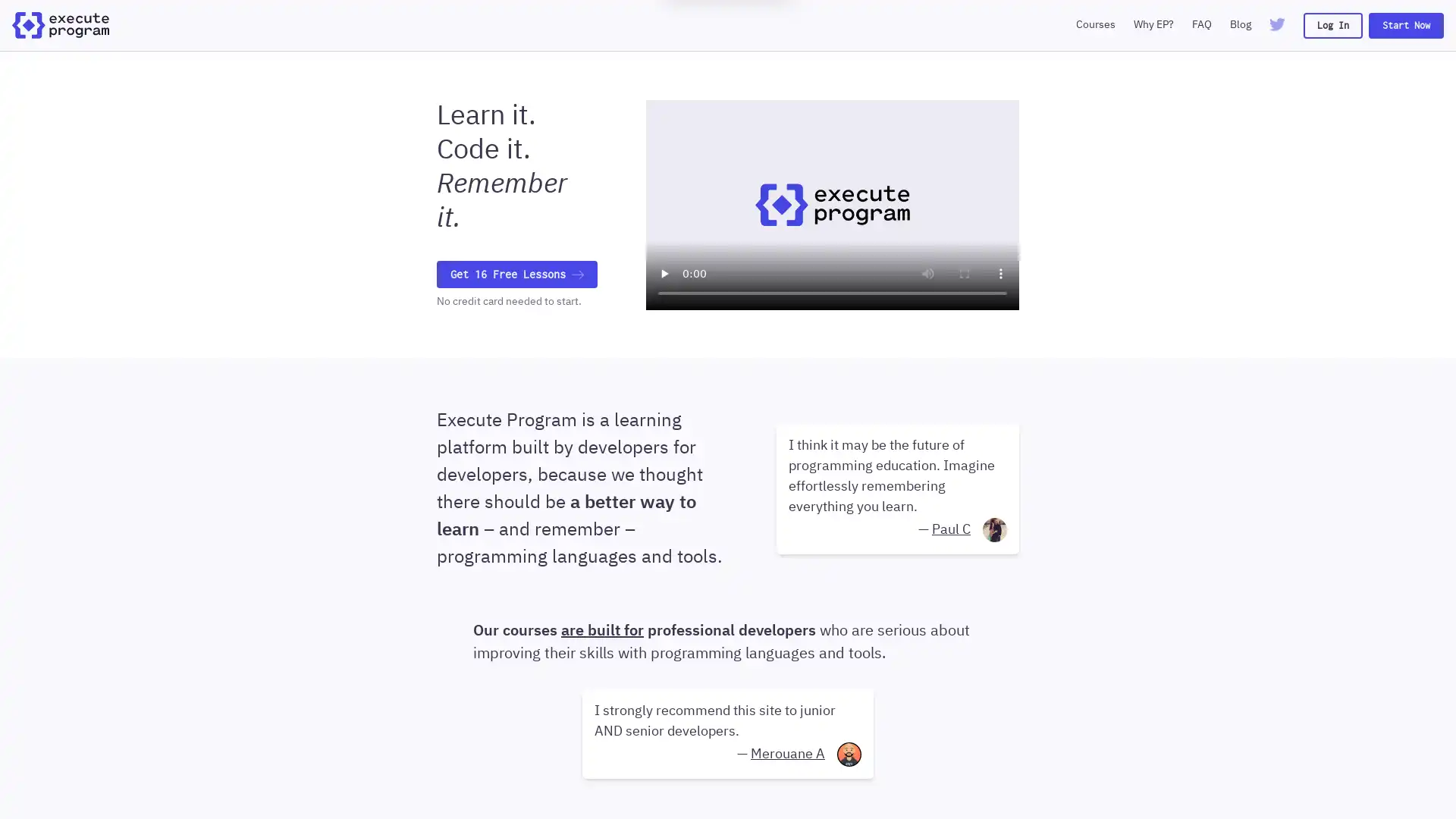  What do you see at coordinates (1001, 271) in the screenshot?
I see `show more media controls` at bounding box center [1001, 271].